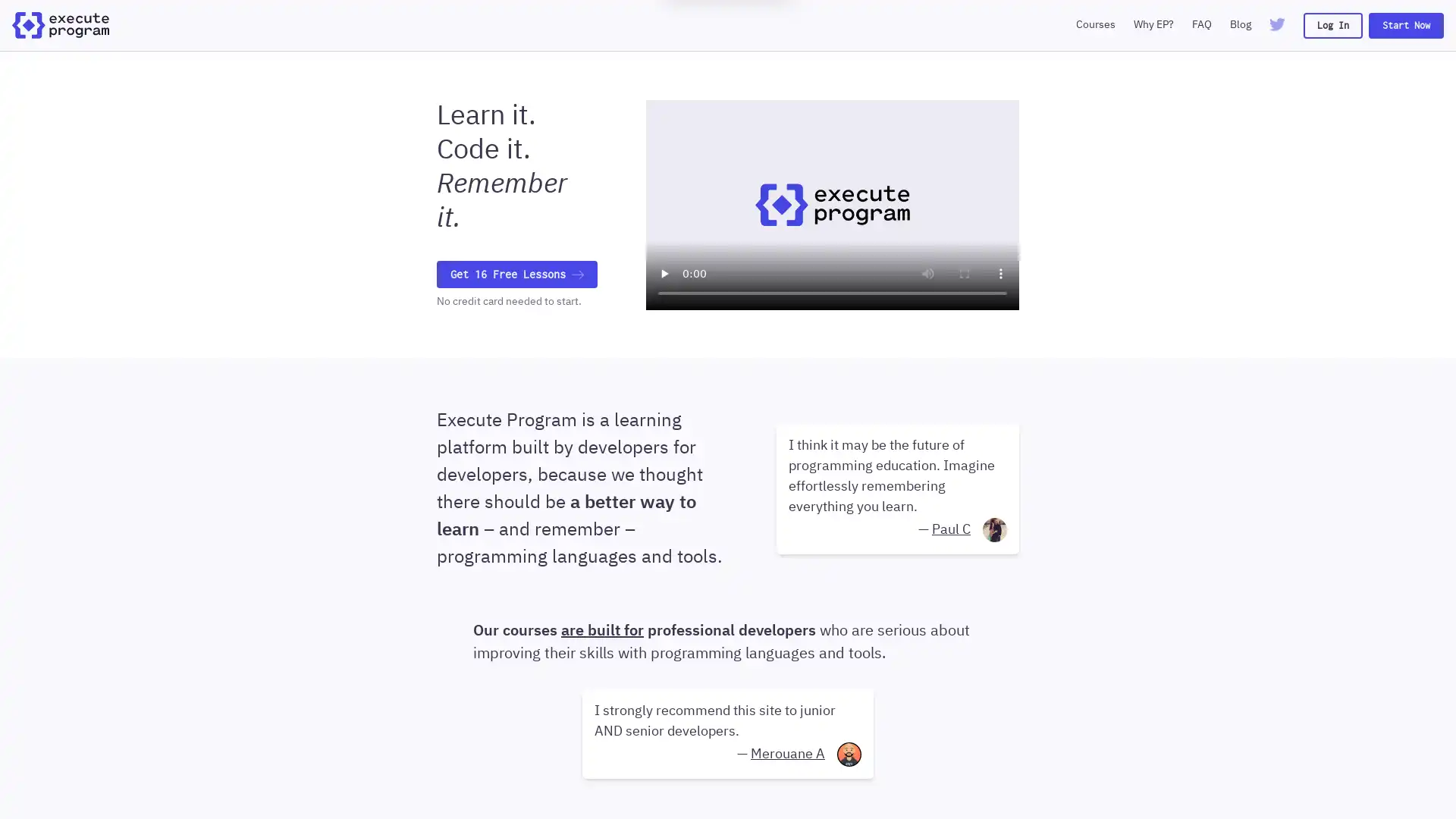  What do you see at coordinates (1001, 271) in the screenshot?
I see `show more media controls` at bounding box center [1001, 271].